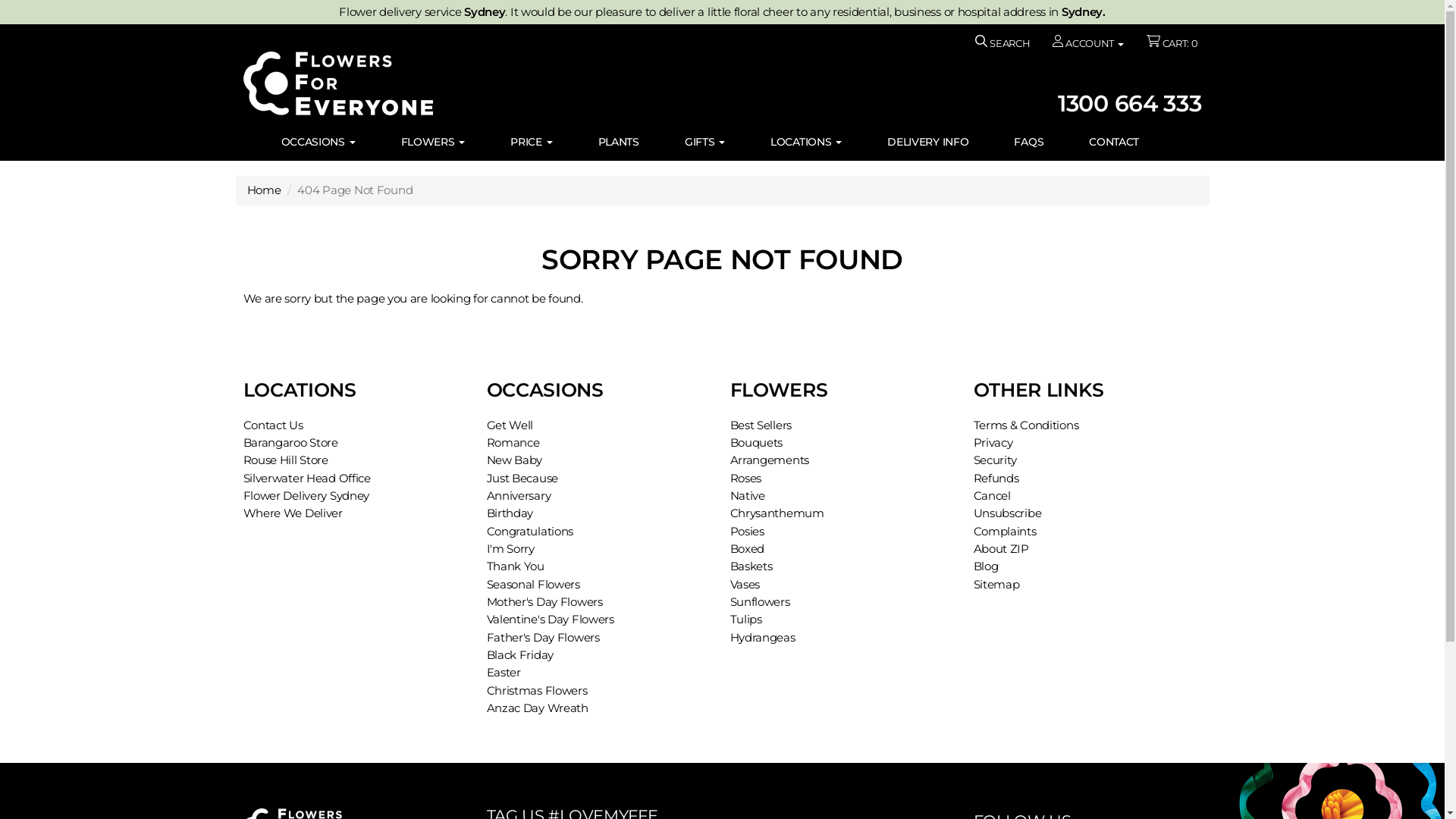  I want to click on 'Hydrangeas', so click(761, 637).